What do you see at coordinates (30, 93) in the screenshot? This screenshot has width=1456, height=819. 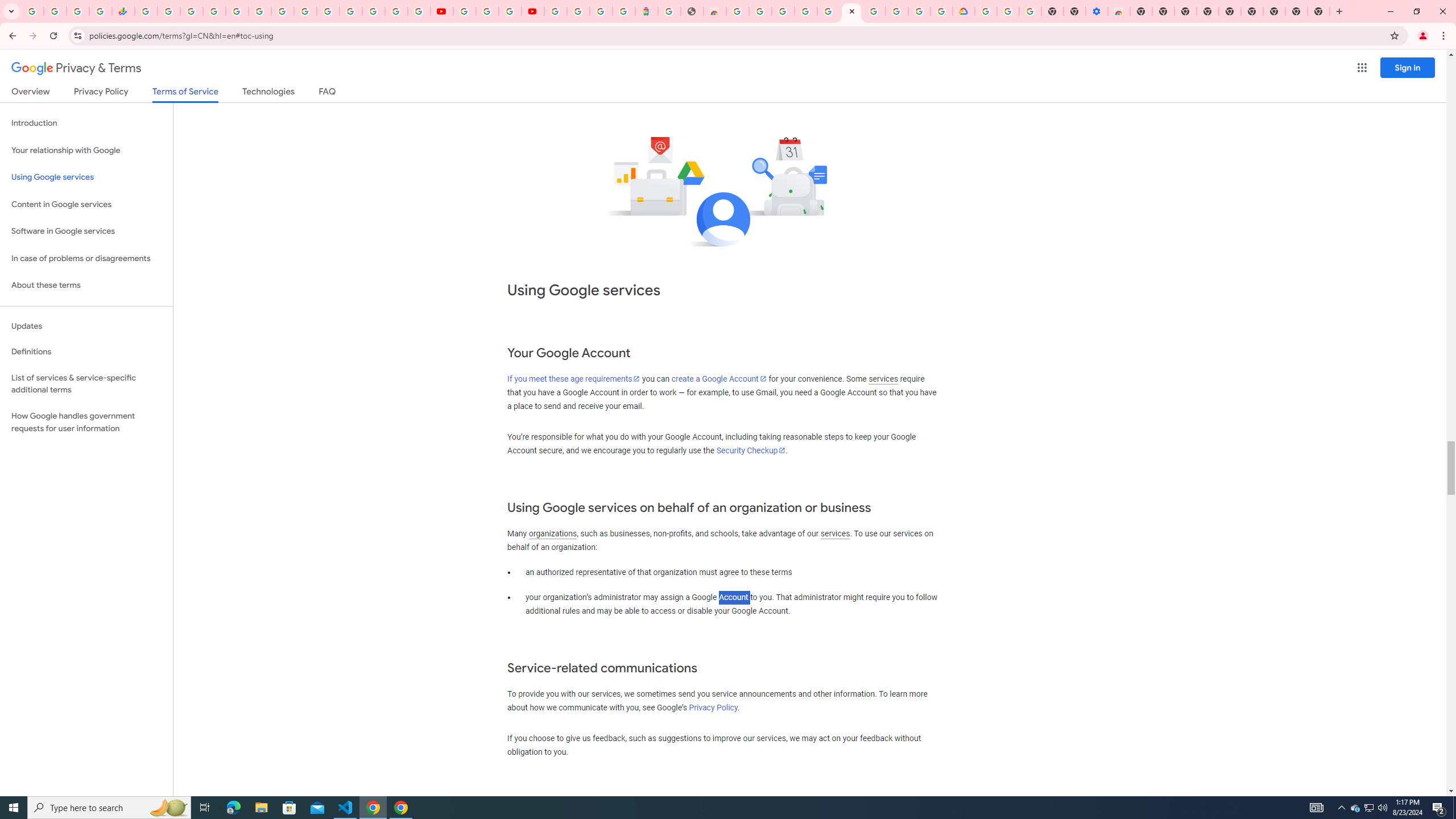 I see `'Overview'` at bounding box center [30, 93].